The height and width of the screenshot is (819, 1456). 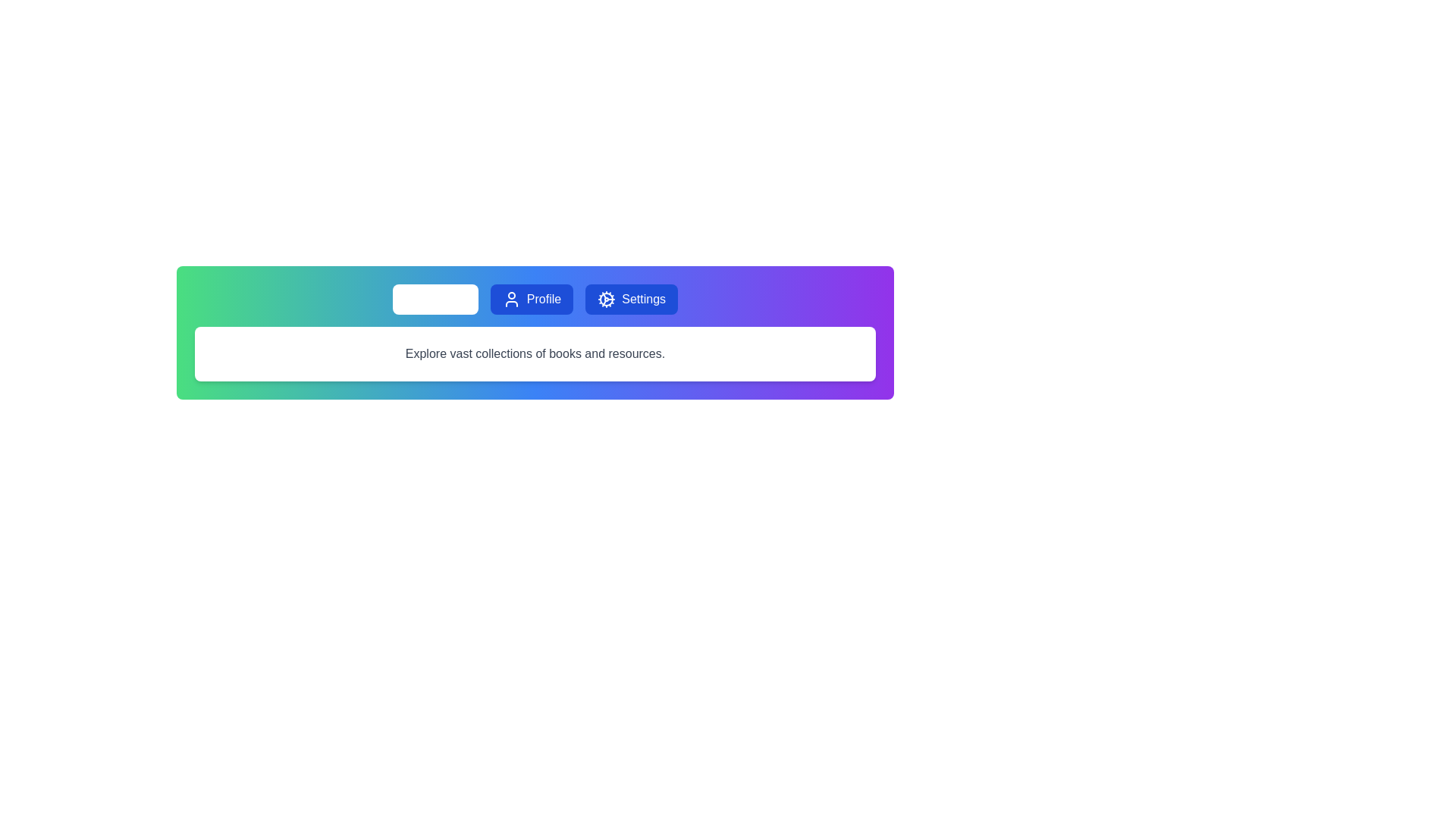 What do you see at coordinates (532, 299) in the screenshot?
I see `the Profile tab to reveal its hover styling effect` at bounding box center [532, 299].